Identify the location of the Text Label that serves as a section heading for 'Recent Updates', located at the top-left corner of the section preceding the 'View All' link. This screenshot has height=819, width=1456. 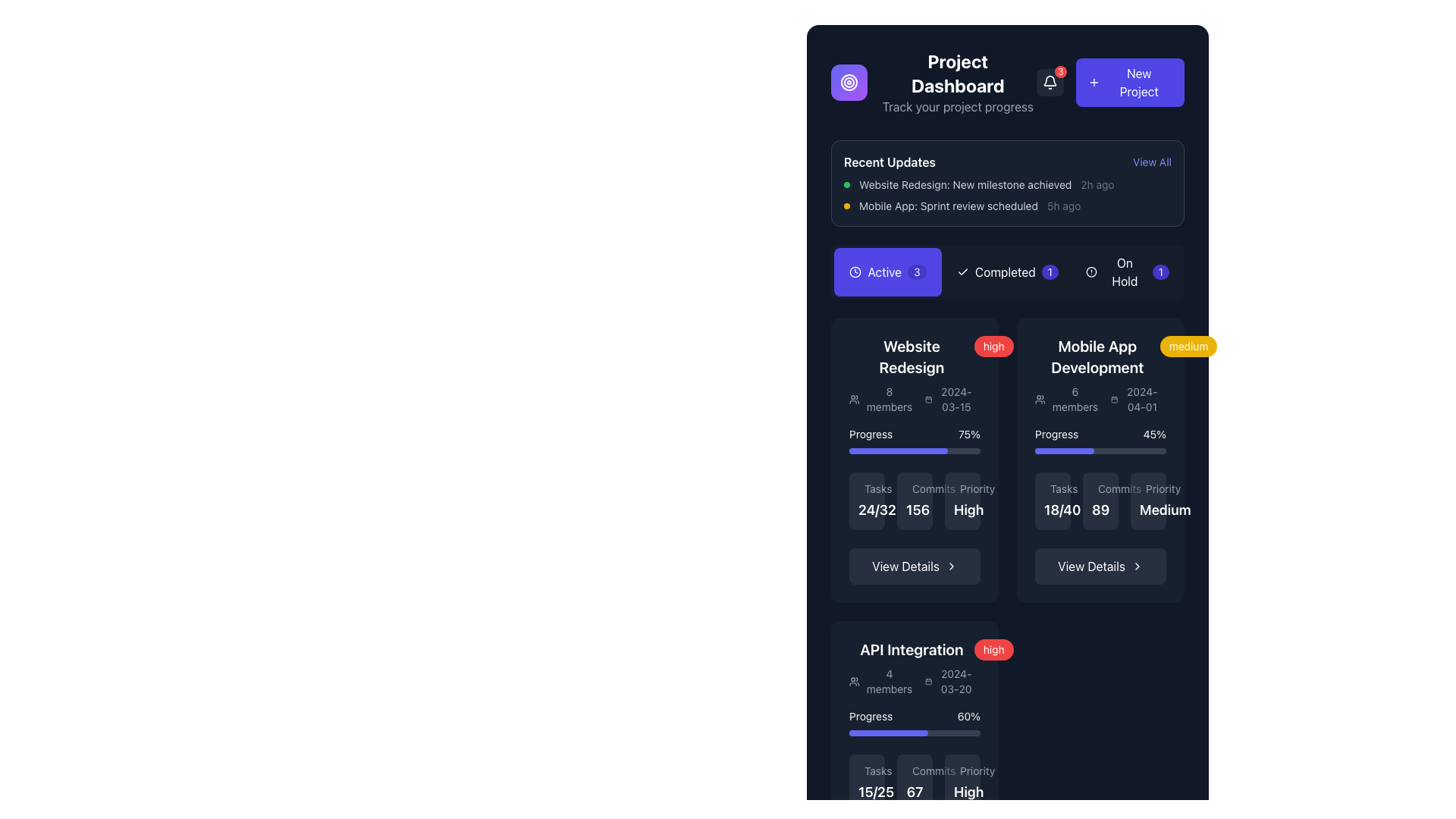
(890, 162).